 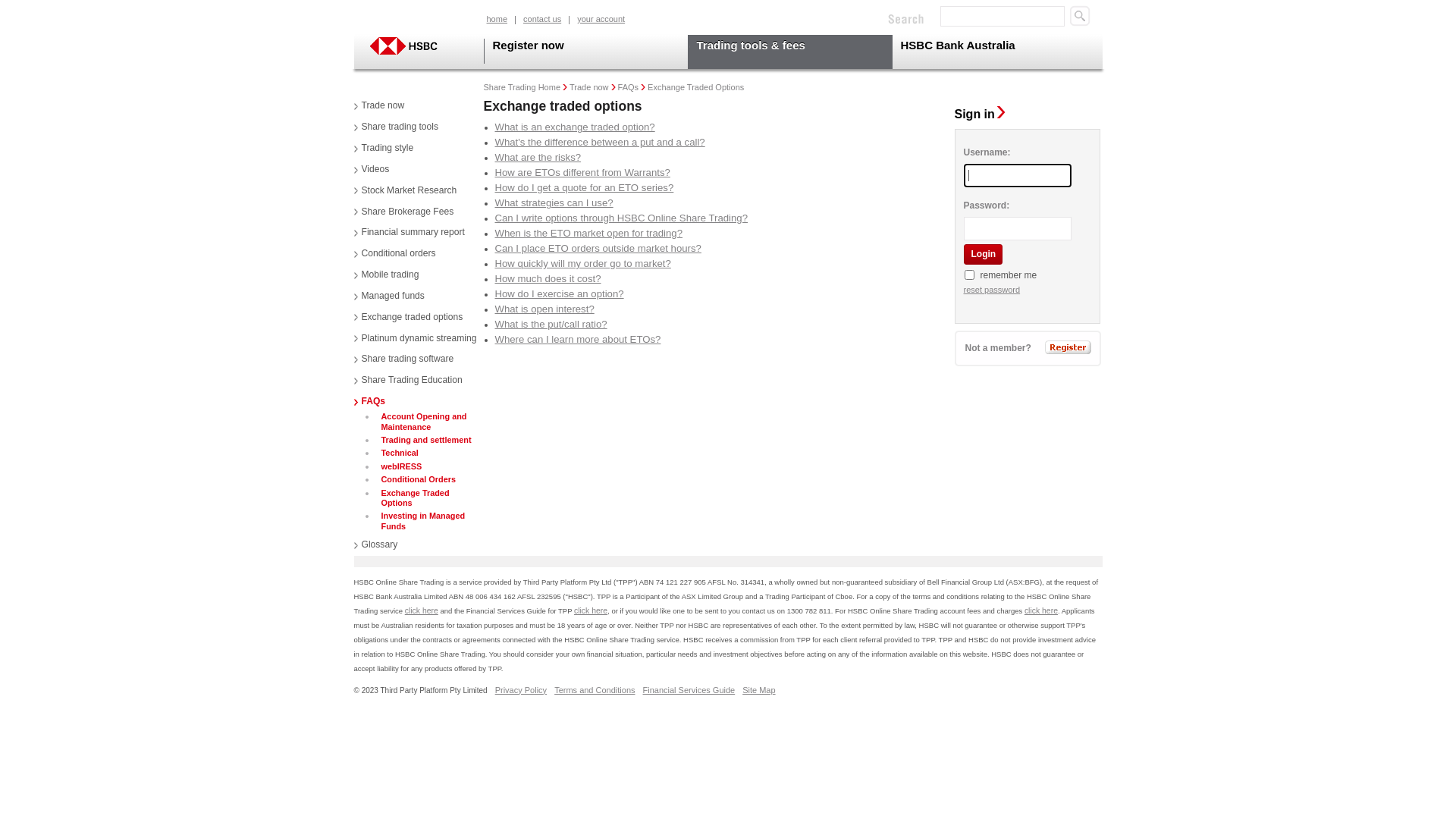 What do you see at coordinates (598, 142) in the screenshot?
I see `'What's the difference between a put and a call?'` at bounding box center [598, 142].